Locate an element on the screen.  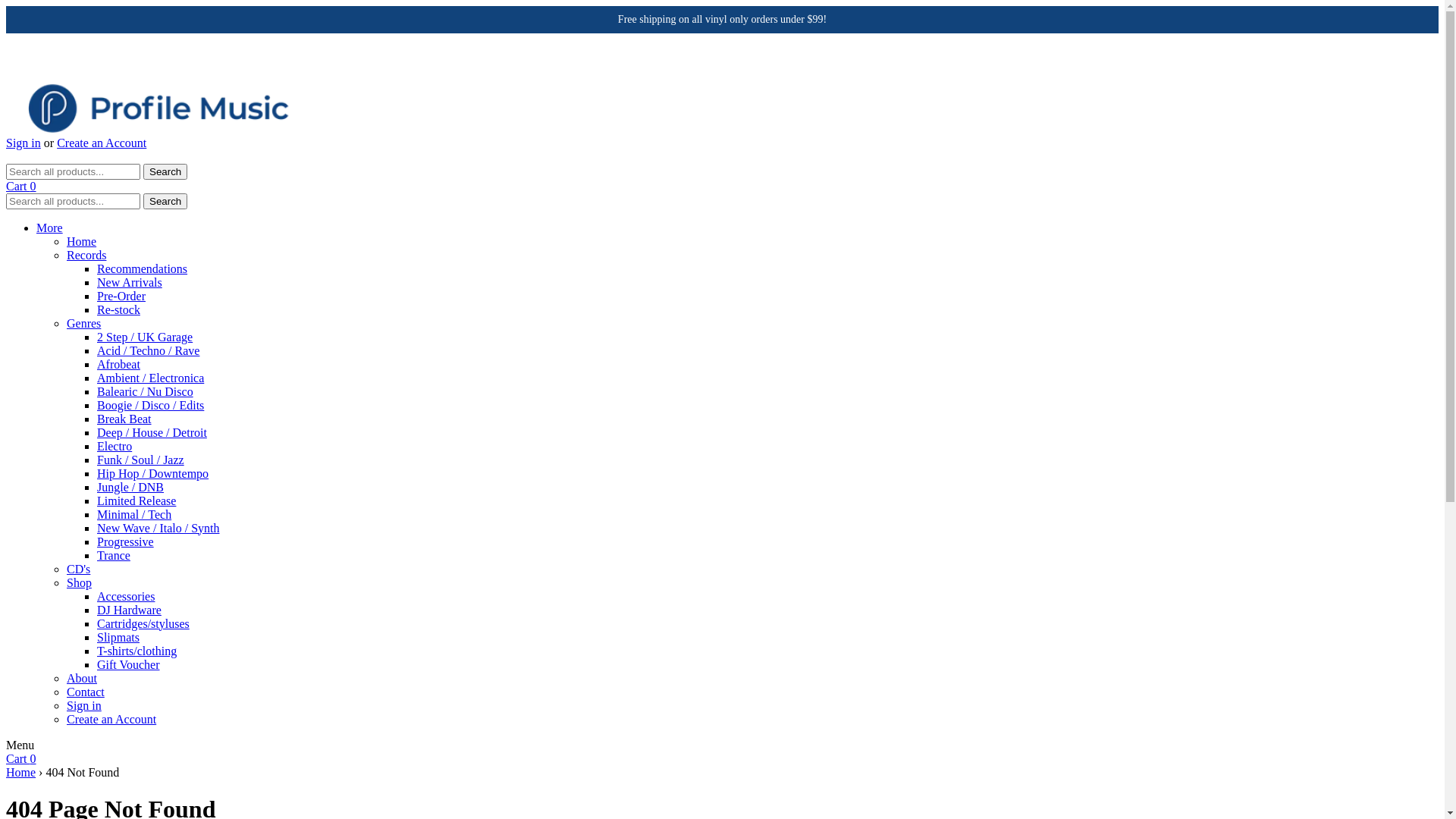
'Sign in' is located at coordinates (83, 705).